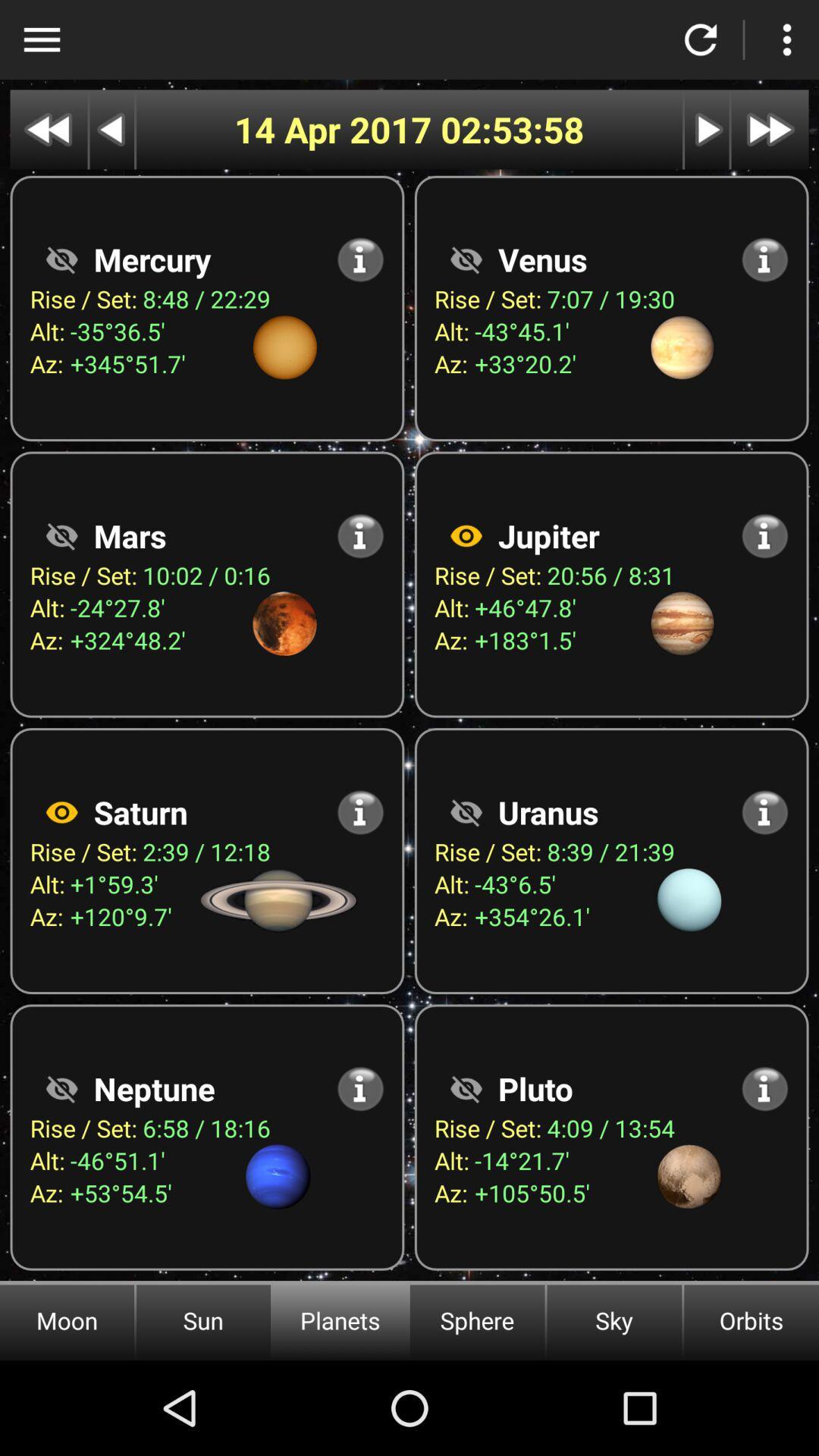 This screenshot has height=1456, width=819. What do you see at coordinates (764, 259) in the screenshot?
I see `more information` at bounding box center [764, 259].